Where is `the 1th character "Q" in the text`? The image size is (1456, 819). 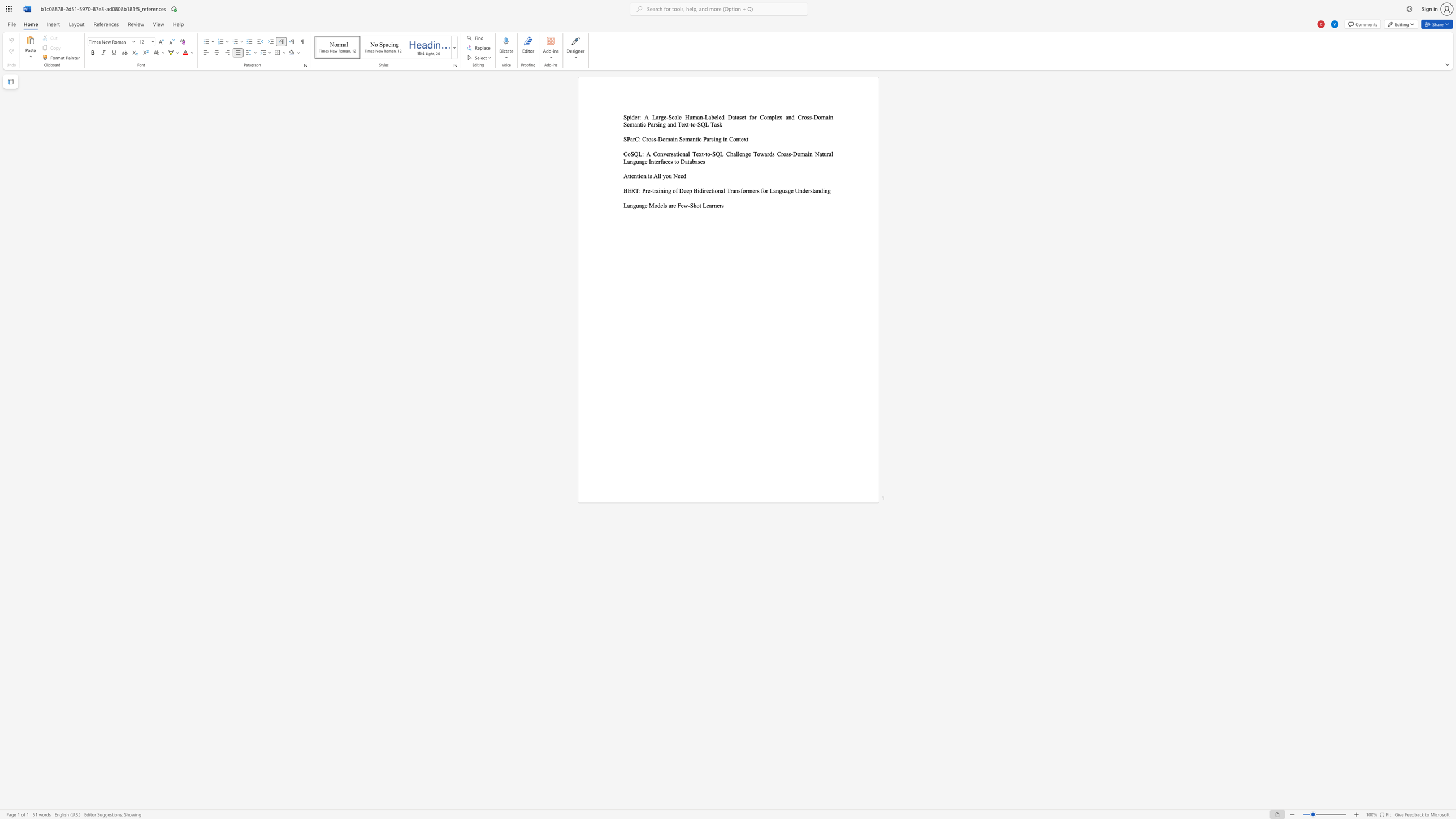 the 1th character "Q" in the text is located at coordinates (635, 153).